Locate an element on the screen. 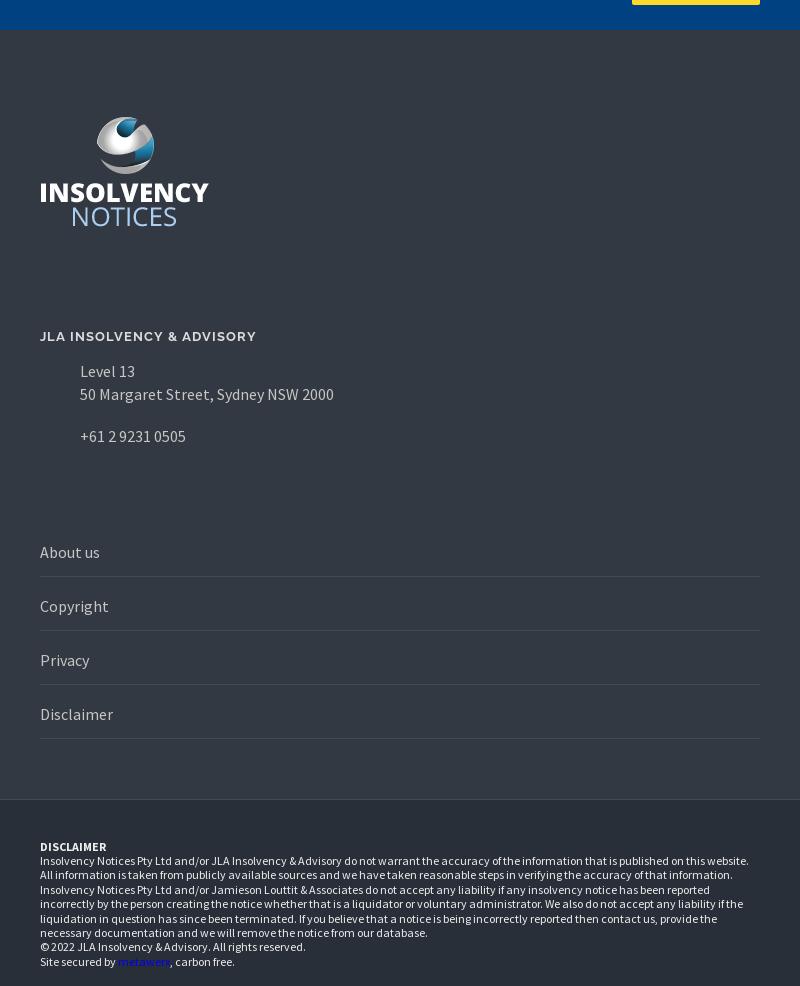 This screenshot has height=986, width=800. 'Insolvency Notices Pty Ltd and/or JLA Insolvency & Advisory do not warrant the accuracy of the information that is published on this website. All information is taken from publicly available sources and we have taken reasonable steps in verifying the accuracy of that information. Insolvency Notices Pty Ltd and/or Jamieson Louttit & Associates do not accept any liability if any insolvency notice has been reported incorrectly by the person creating the notice whether that is a liquidator or voluntary administrator. We also do not accept any liability if the liquidation in question has since been terminated. If you believe that a notice is being incorrectly reported then contact us, provide the necessary documentation and we will remove the notice from our database.' is located at coordinates (393, 894).